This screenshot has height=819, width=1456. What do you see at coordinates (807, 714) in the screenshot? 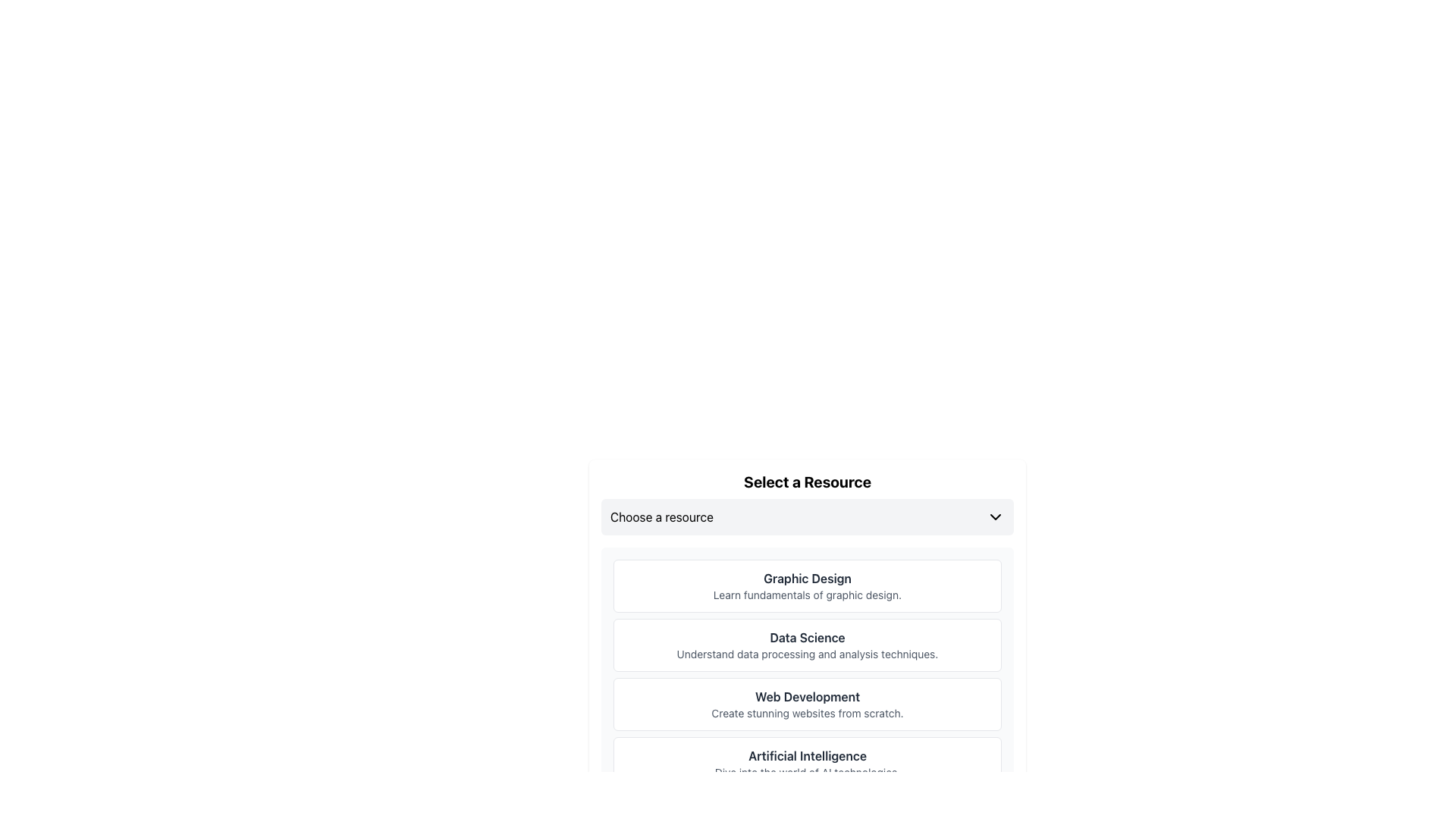
I see `the static text label that reads 'Create stunning websites from scratch.' which is styled in gray and aligned below the title 'Web Development'` at bounding box center [807, 714].